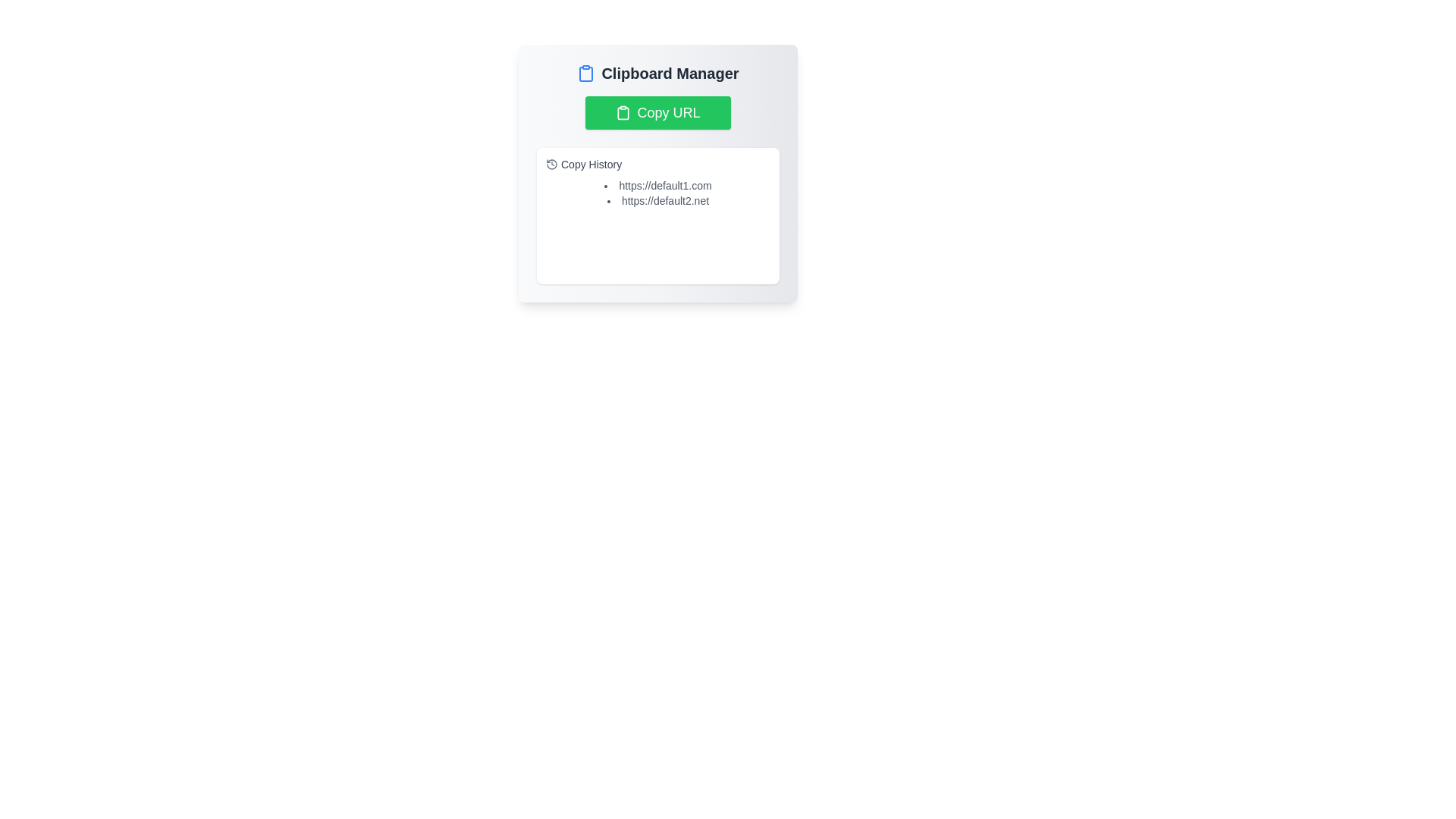 This screenshot has width=1456, height=819. What do you see at coordinates (658, 112) in the screenshot?
I see `the button located below the title 'Clipboard Manager'` at bounding box center [658, 112].